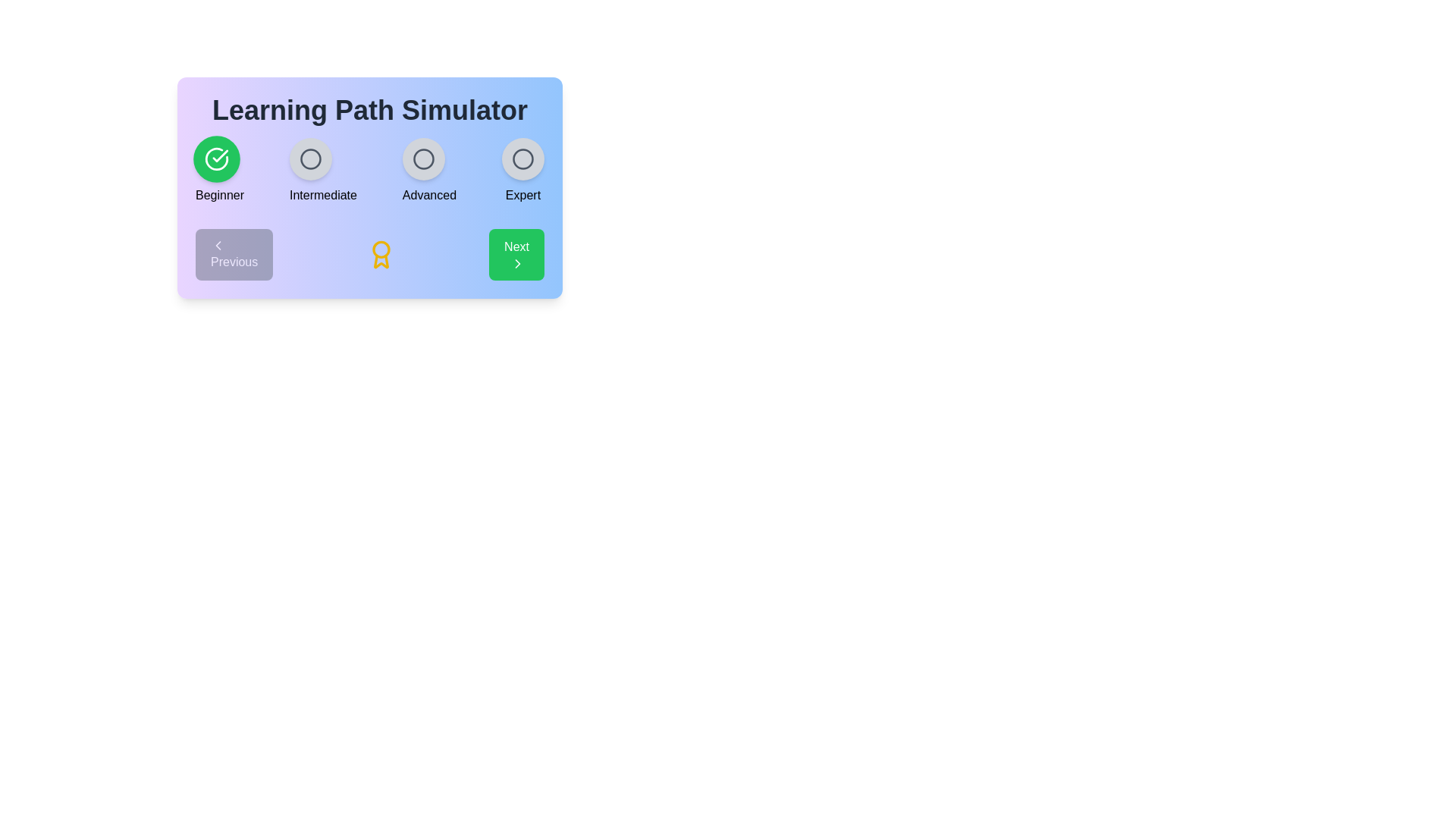  I want to click on the green circular checkmark icon associated with the 'Beginner' tab, so click(219, 155).